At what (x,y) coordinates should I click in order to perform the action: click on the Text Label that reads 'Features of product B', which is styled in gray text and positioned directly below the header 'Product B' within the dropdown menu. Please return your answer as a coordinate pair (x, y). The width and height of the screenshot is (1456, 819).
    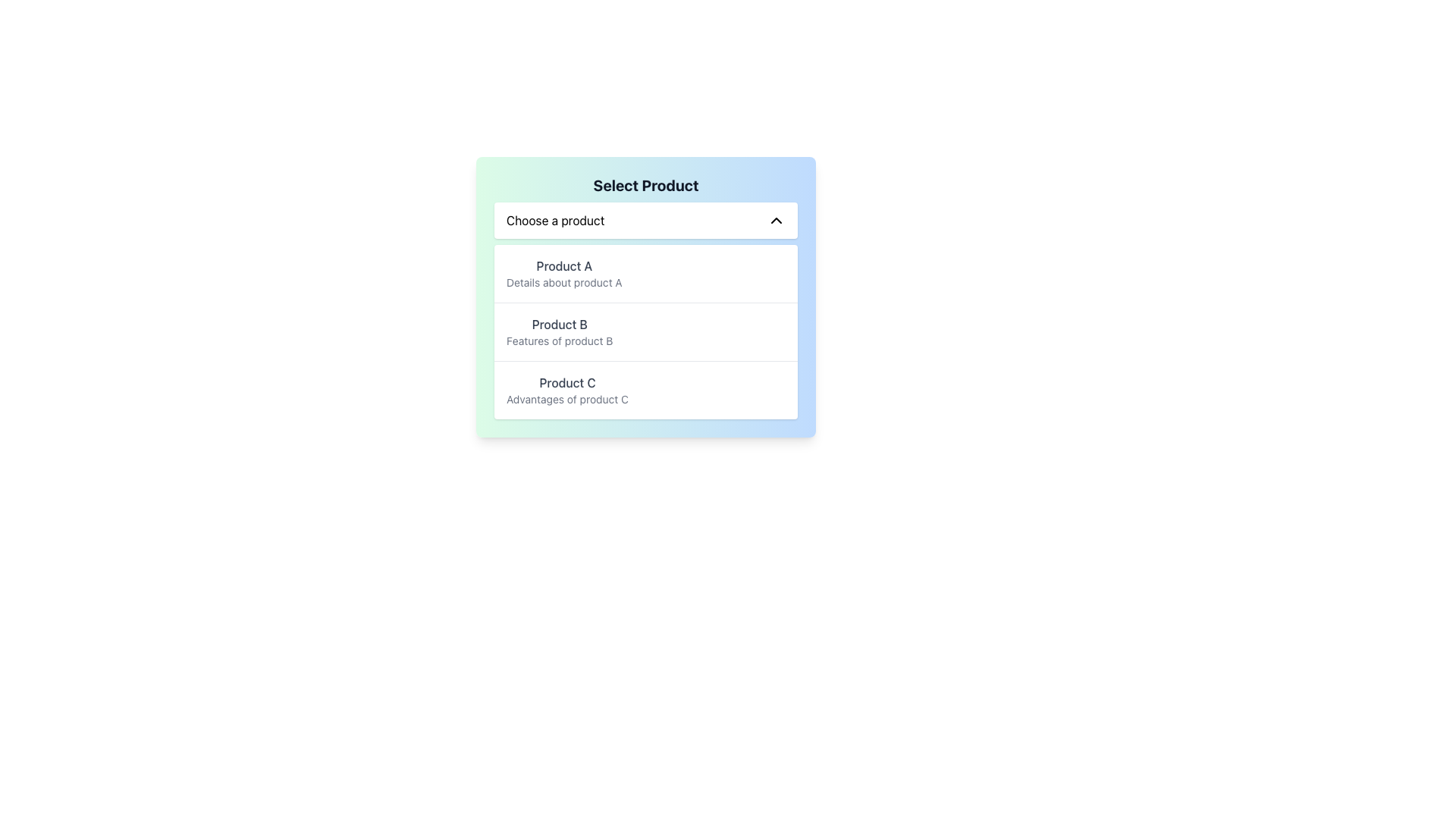
    Looking at the image, I should click on (559, 341).